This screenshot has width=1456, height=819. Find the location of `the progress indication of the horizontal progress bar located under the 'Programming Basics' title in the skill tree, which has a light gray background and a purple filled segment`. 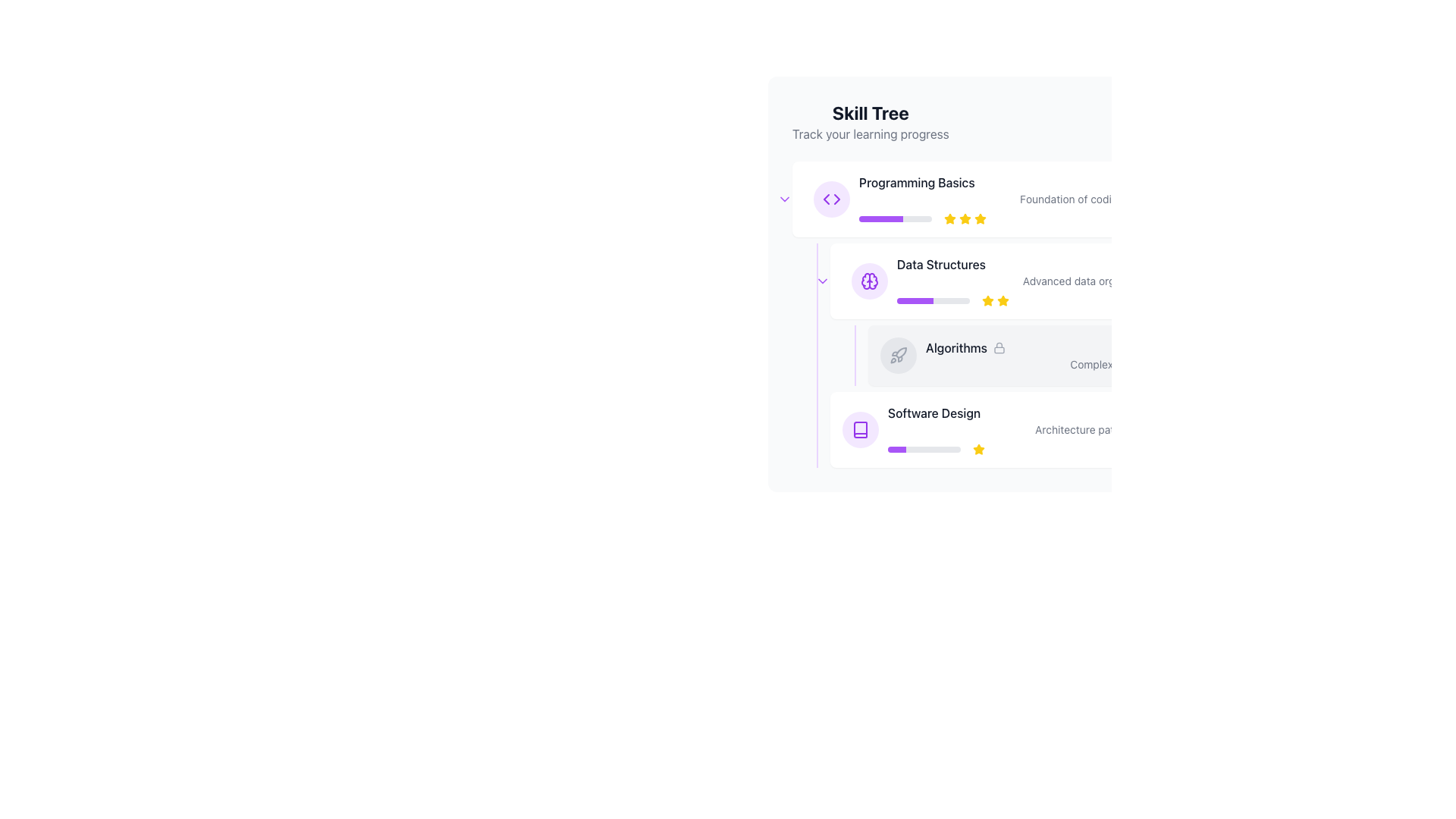

the progress indication of the horizontal progress bar located under the 'Programming Basics' title in the skill tree, which has a light gray background and a purple filled segment is located at coordinates (895, 219).